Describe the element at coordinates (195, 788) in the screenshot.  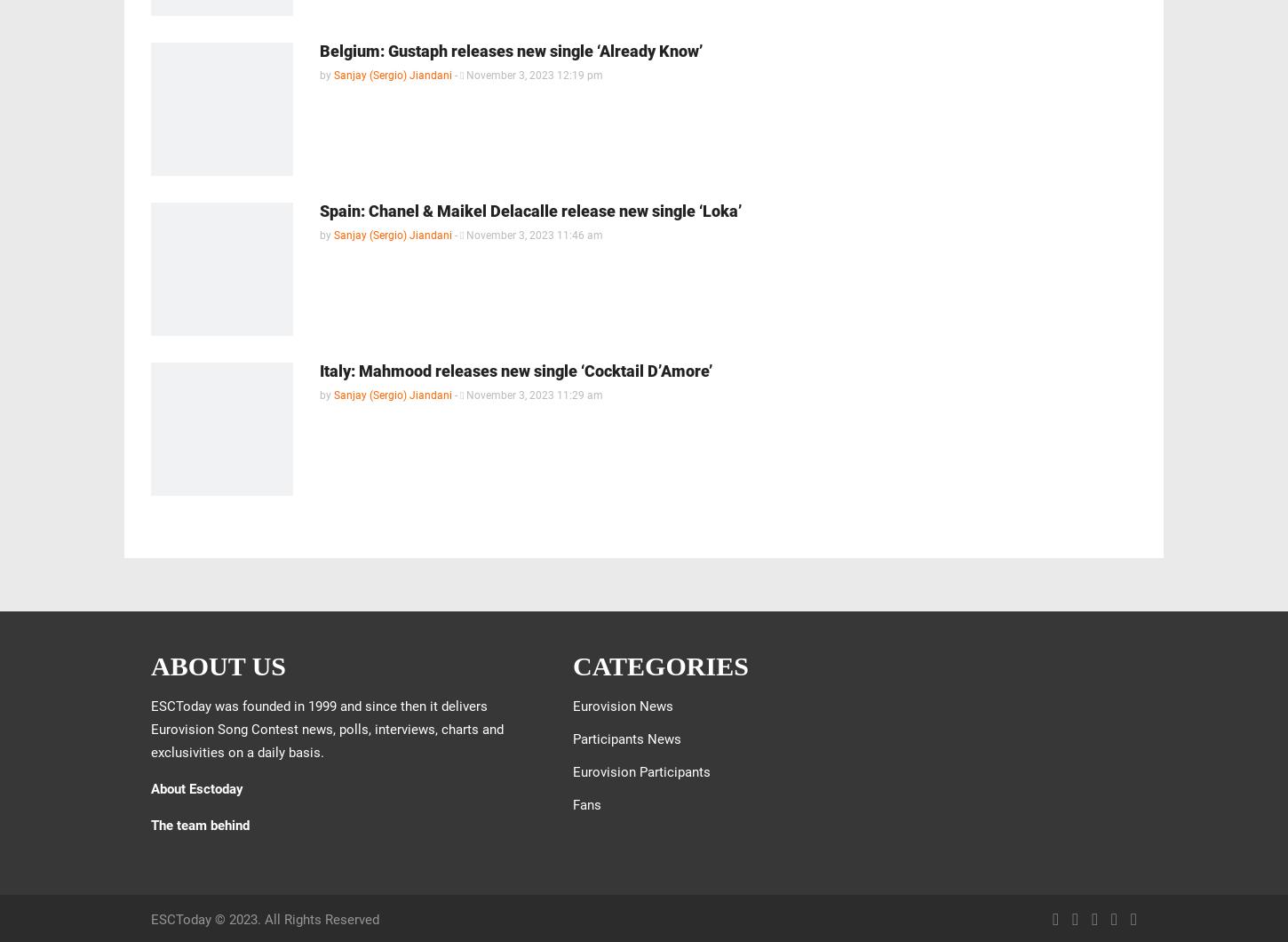
I see `'About Esctoday'` at that location.